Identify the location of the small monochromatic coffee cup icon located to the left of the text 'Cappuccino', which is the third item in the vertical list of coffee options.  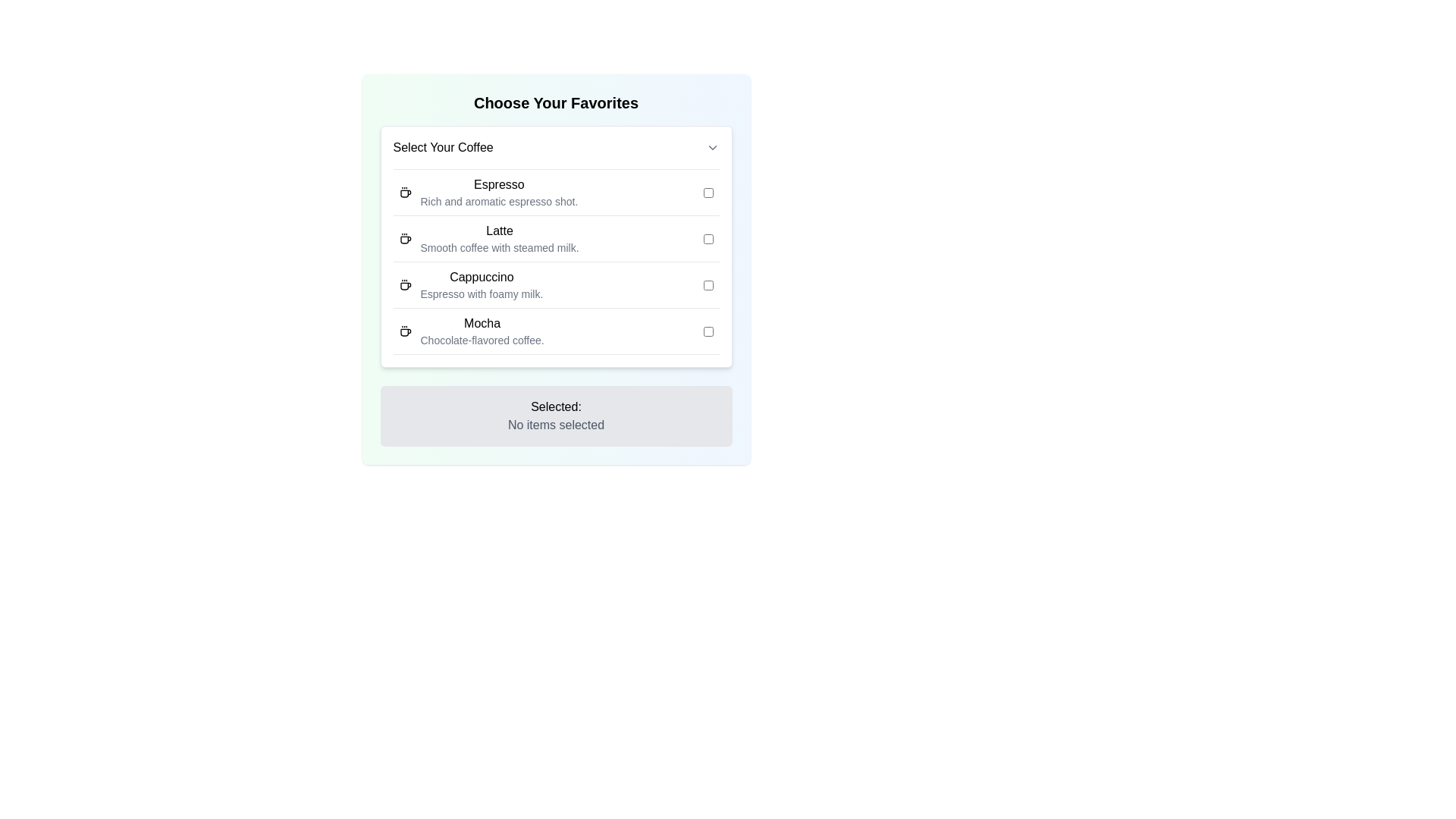
(405, 284).